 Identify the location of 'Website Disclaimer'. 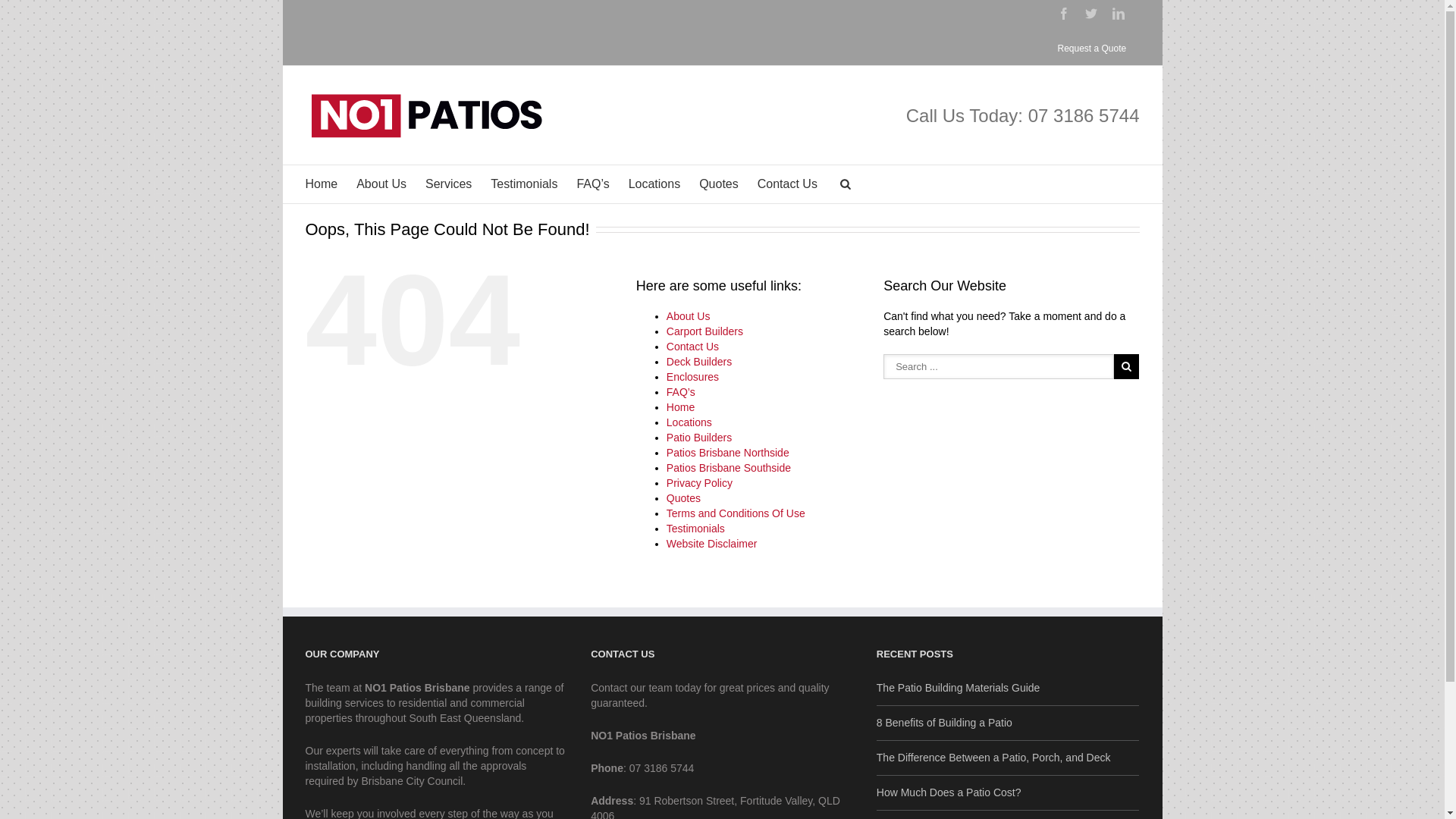
(711, 543).